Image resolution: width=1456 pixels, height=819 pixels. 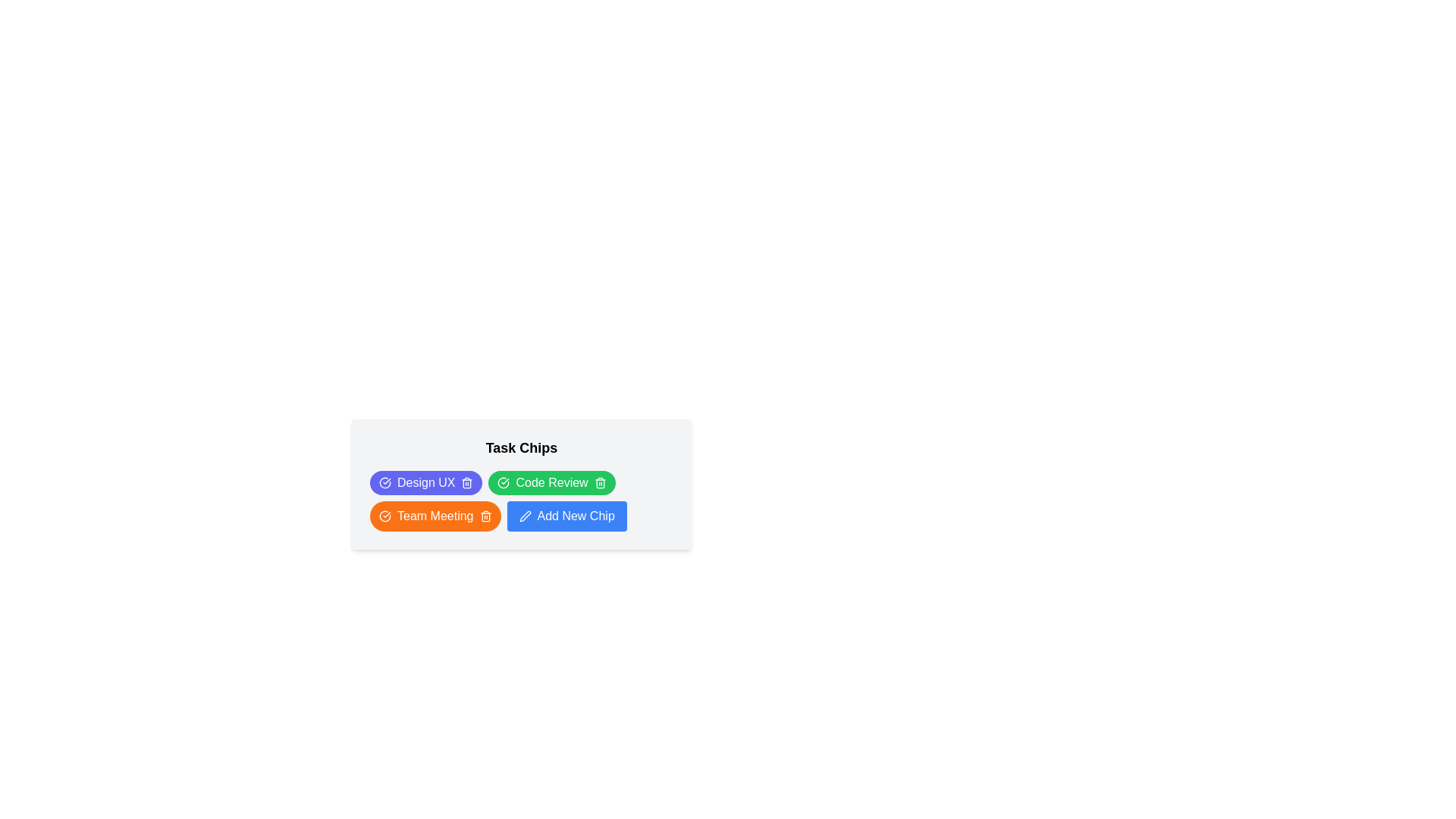 I want to click on the delete icon located on the right edge of the 'Team Meeting' chip to facilitate keyboard navigation, so click(x=485, y=516).